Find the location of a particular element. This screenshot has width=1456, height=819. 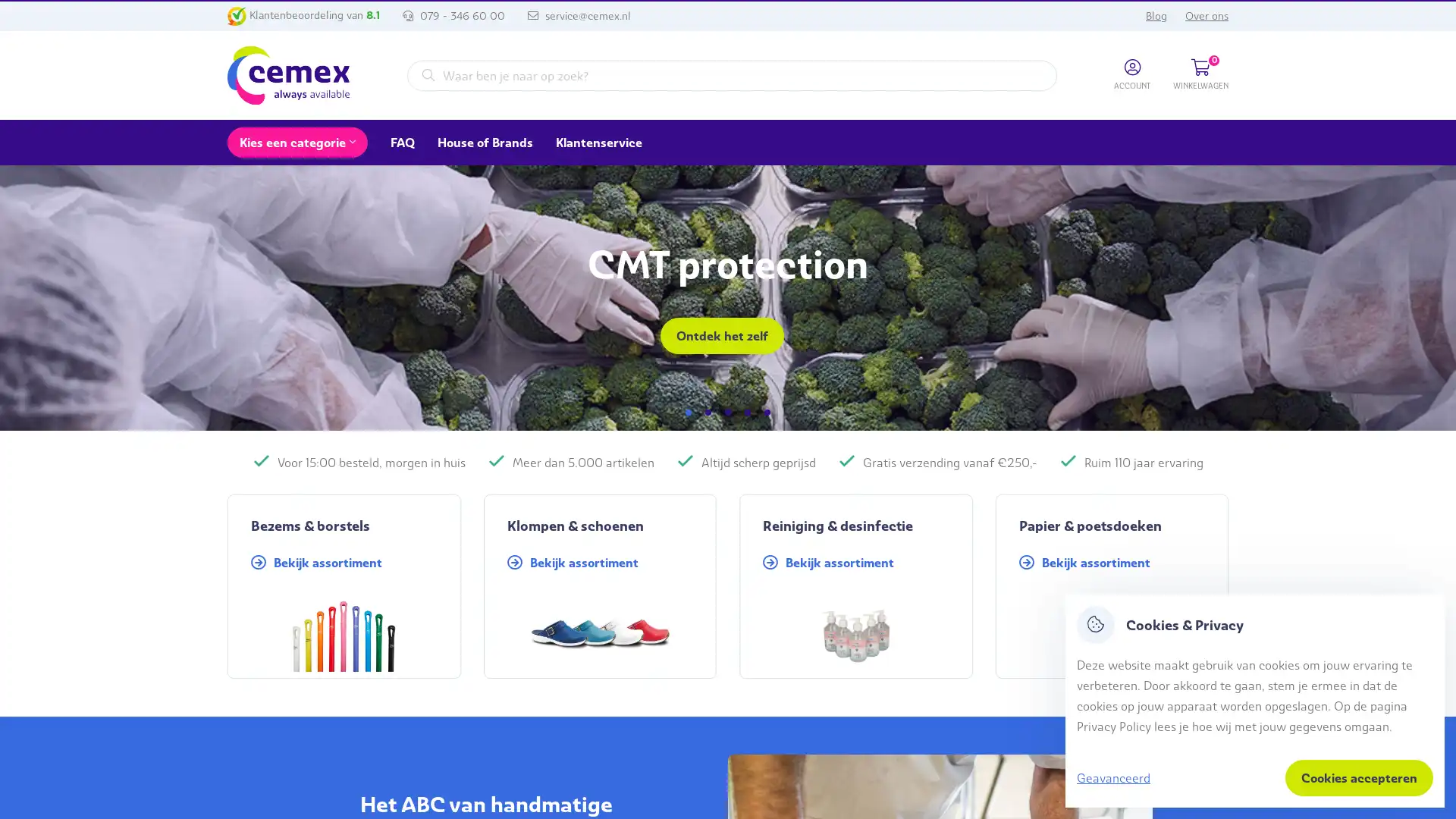

Kies een categorie is located at coordinates (297, 143).